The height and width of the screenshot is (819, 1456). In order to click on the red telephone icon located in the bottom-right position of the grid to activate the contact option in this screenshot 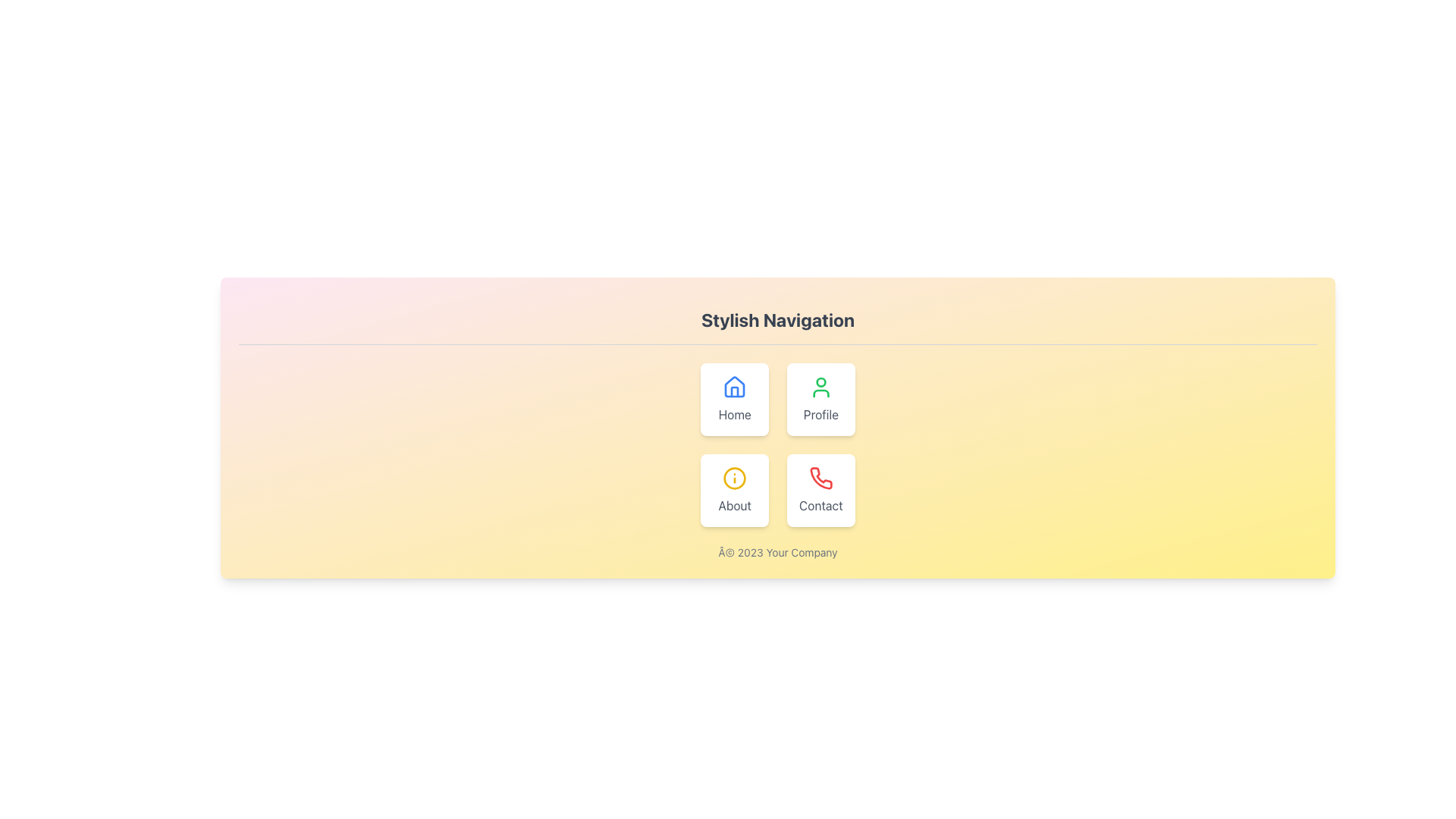, I will do `click(820, 478)`.